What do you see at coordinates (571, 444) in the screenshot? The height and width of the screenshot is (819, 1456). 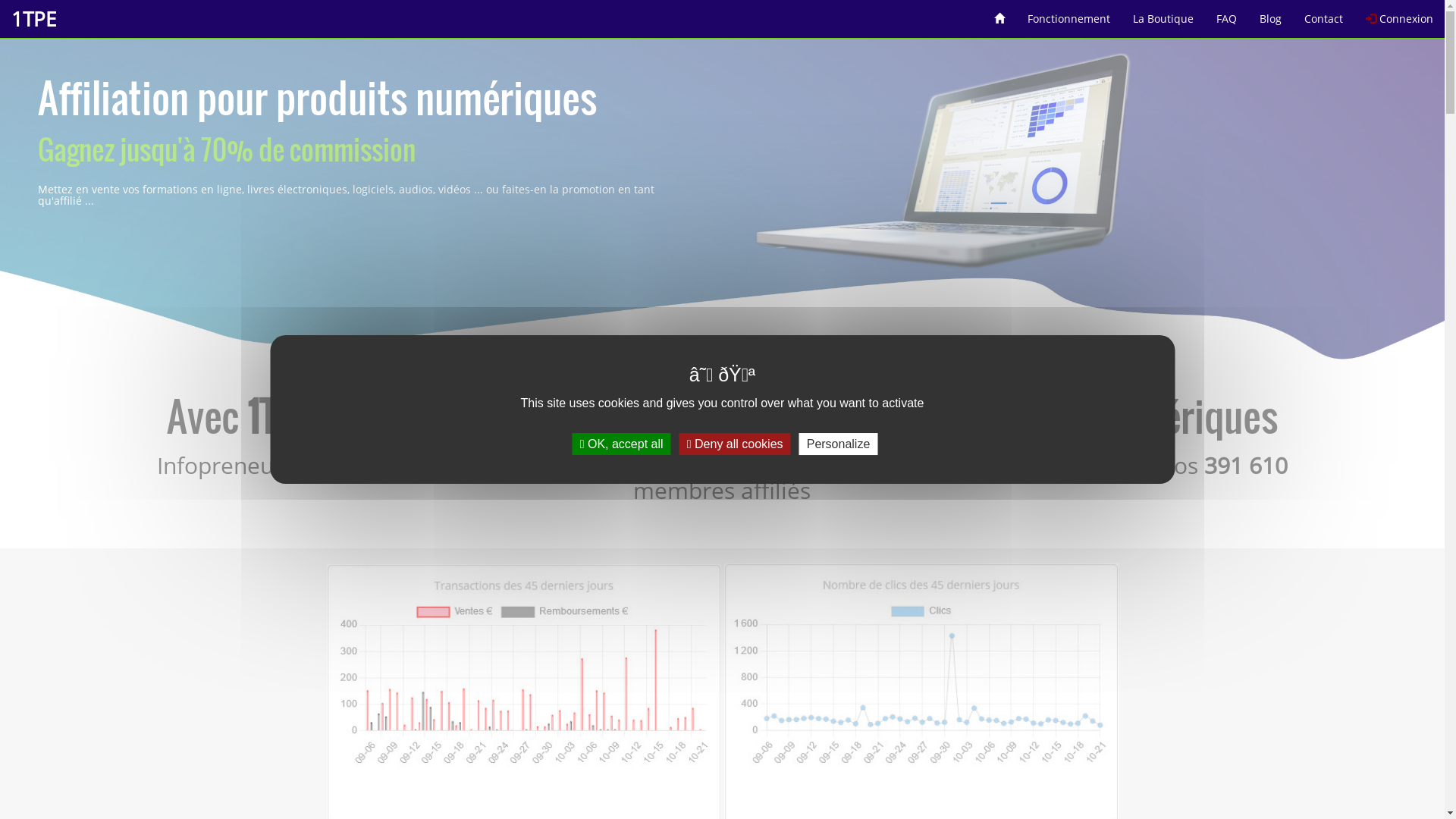 I see `'OK, accept all'` at bounding box center [571, 444].